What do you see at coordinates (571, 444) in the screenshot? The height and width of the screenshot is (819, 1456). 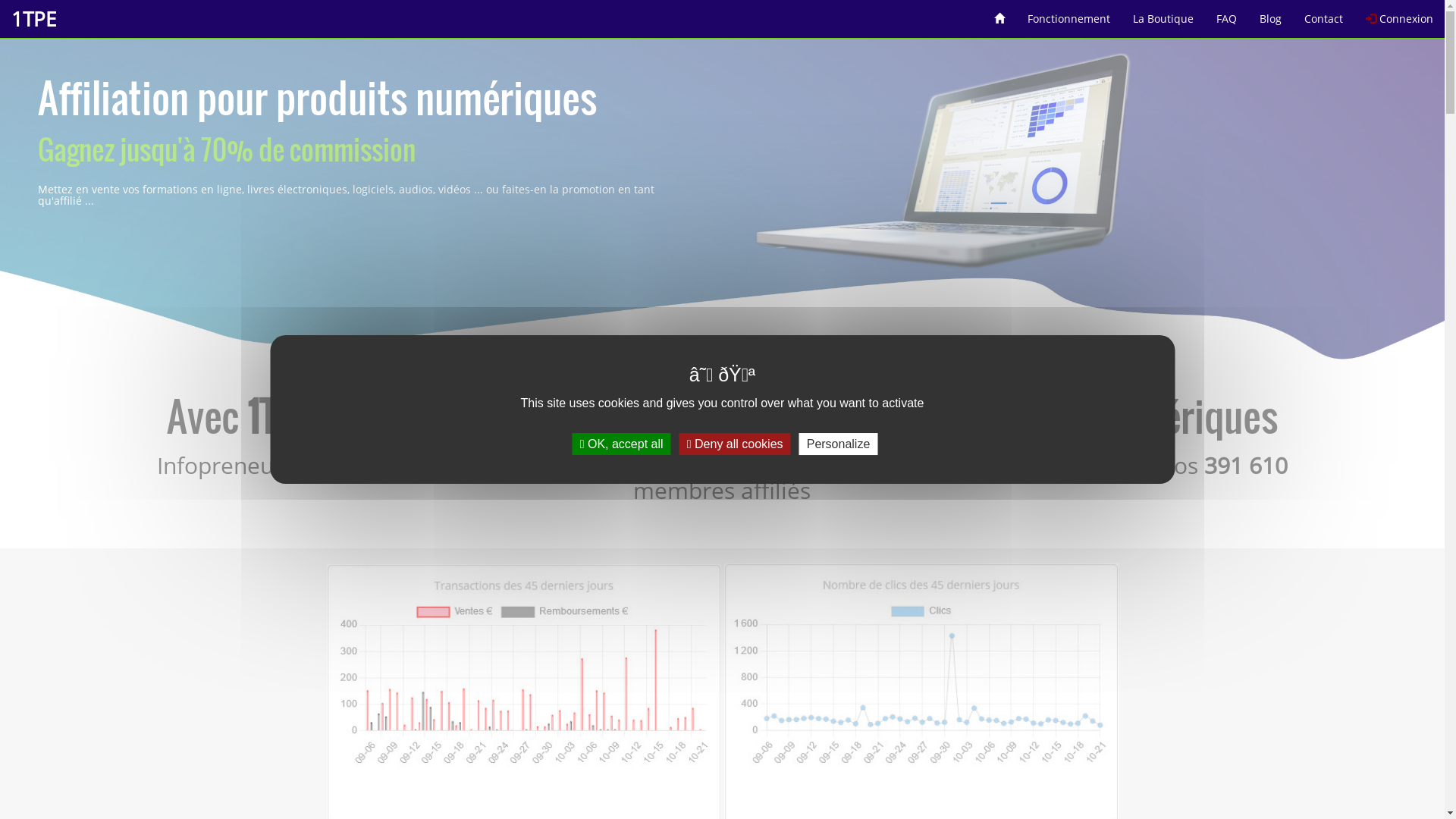 I see `'OK, accept all'` at bounding box center [571, 444].